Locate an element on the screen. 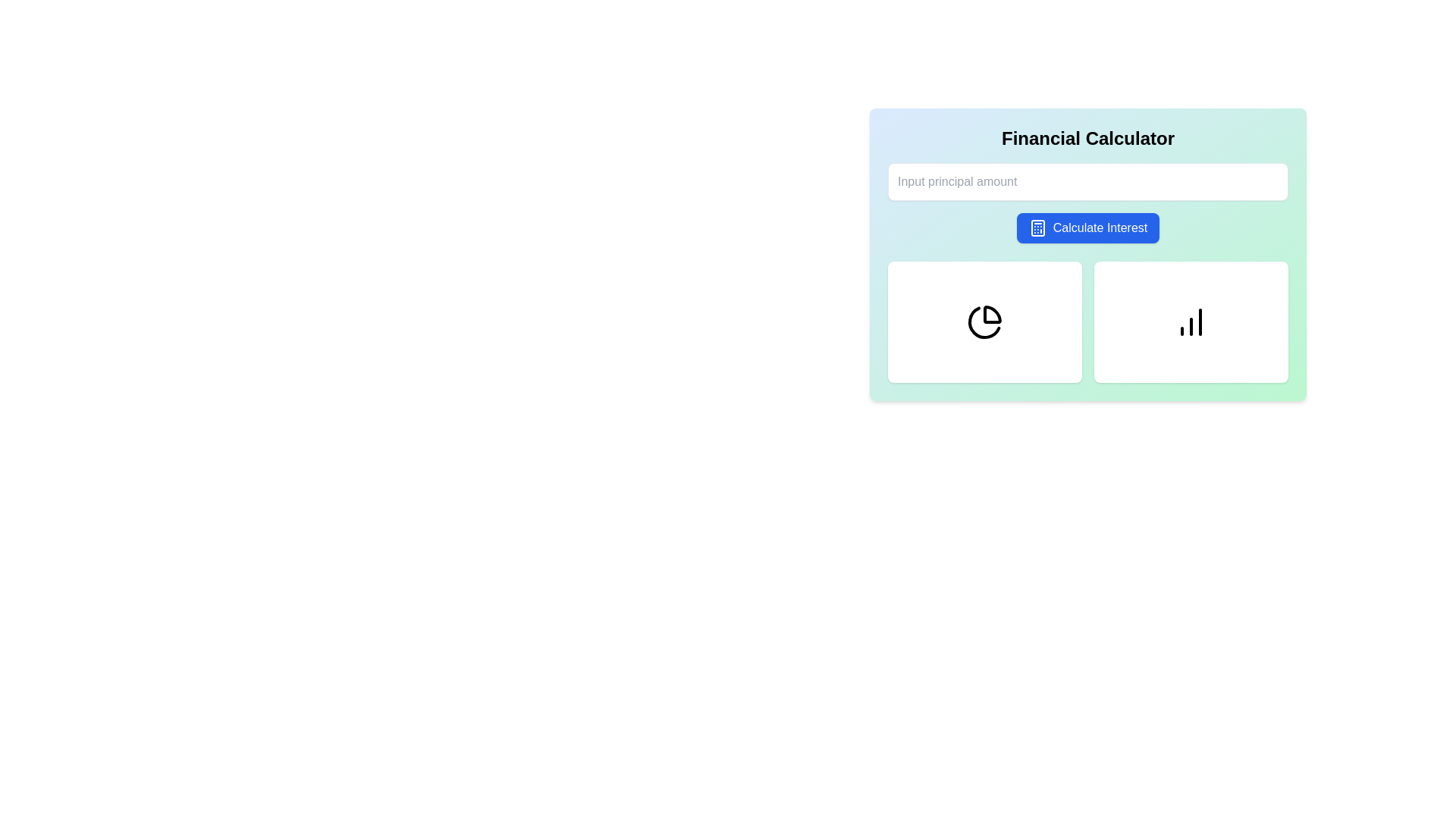 The image size is (1456, 819). the rectangular blue button with rounded corners labeled 'Calculate Interest' is located at coordinates (1087, 227).